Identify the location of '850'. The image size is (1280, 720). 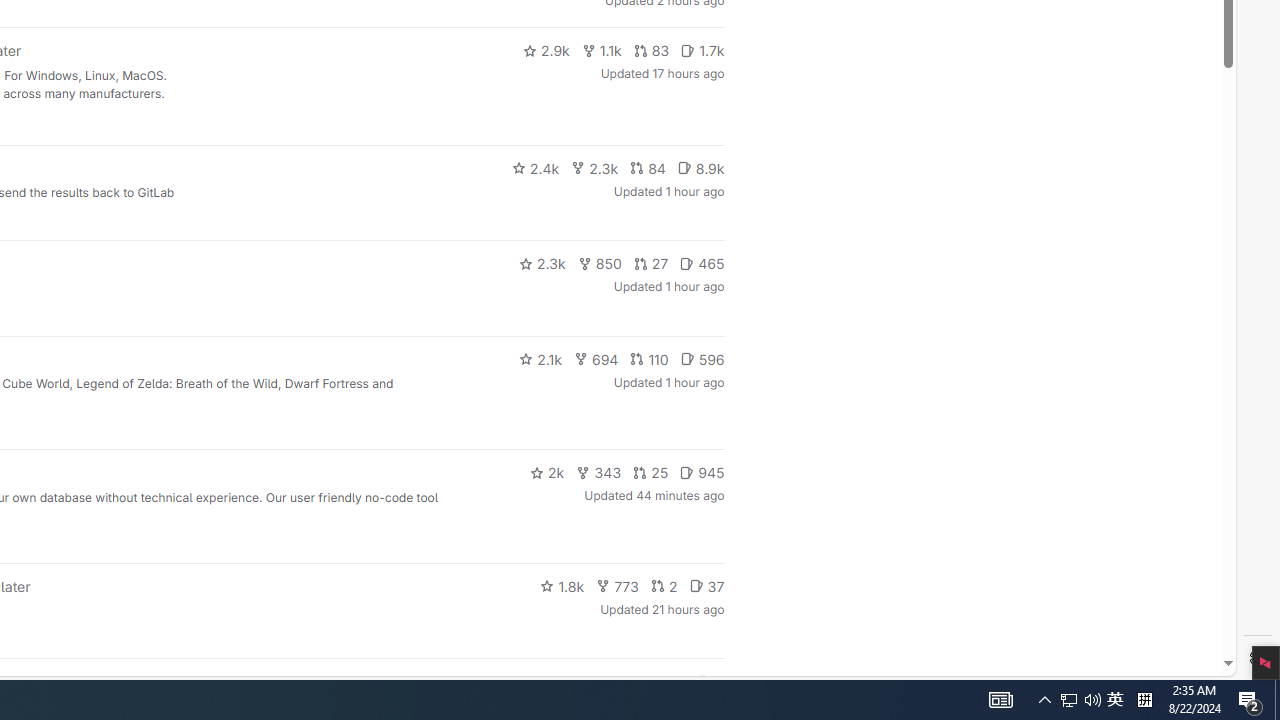
(598, 262).